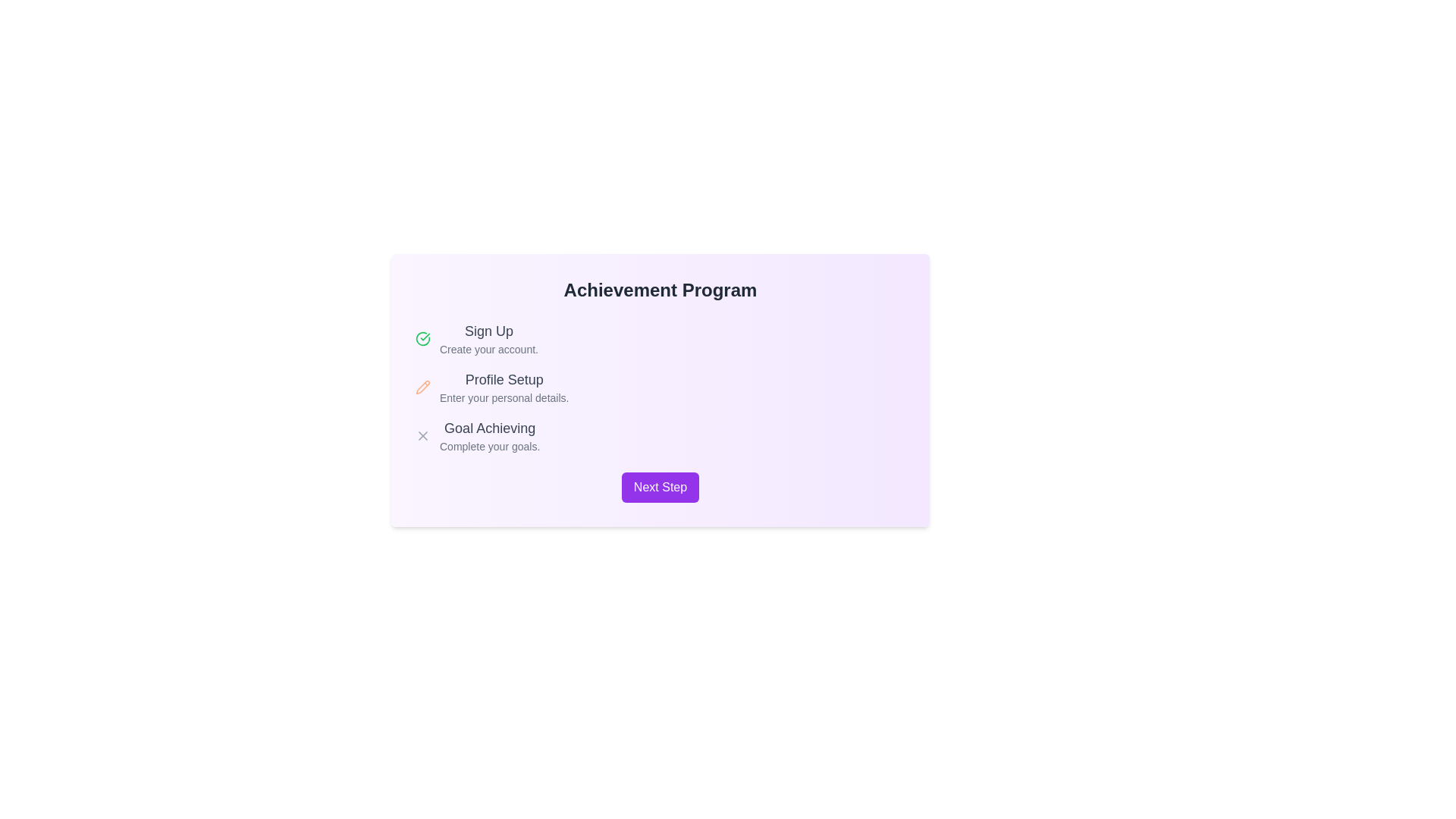  I want to click on an interactive step within the centrally located List of progress steps under the 'Achievement Program' card, so click(660, 386).